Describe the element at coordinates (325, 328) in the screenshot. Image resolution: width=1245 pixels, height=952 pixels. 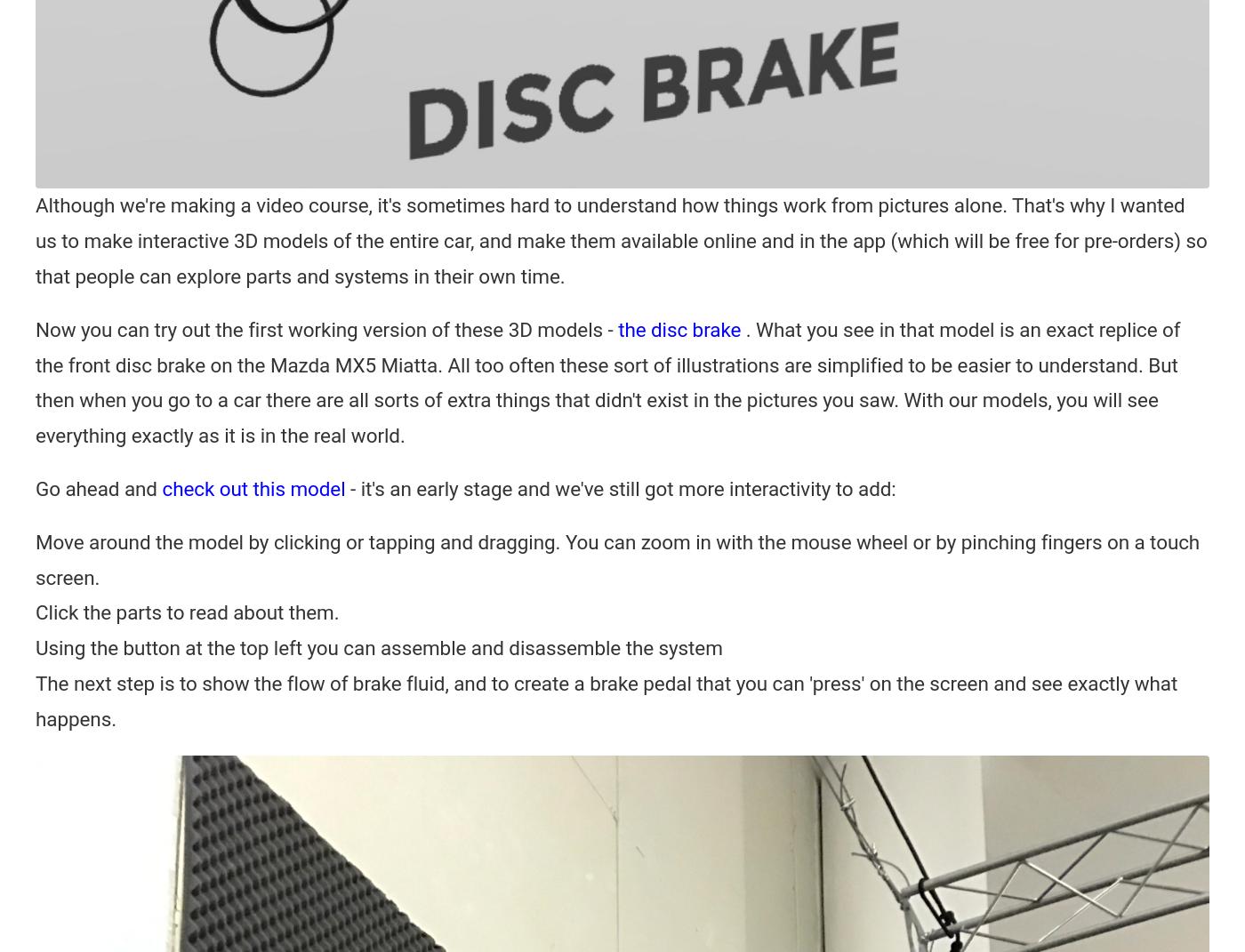
I see `'Now you can try out the first working version of these 3D models -'` at that location.